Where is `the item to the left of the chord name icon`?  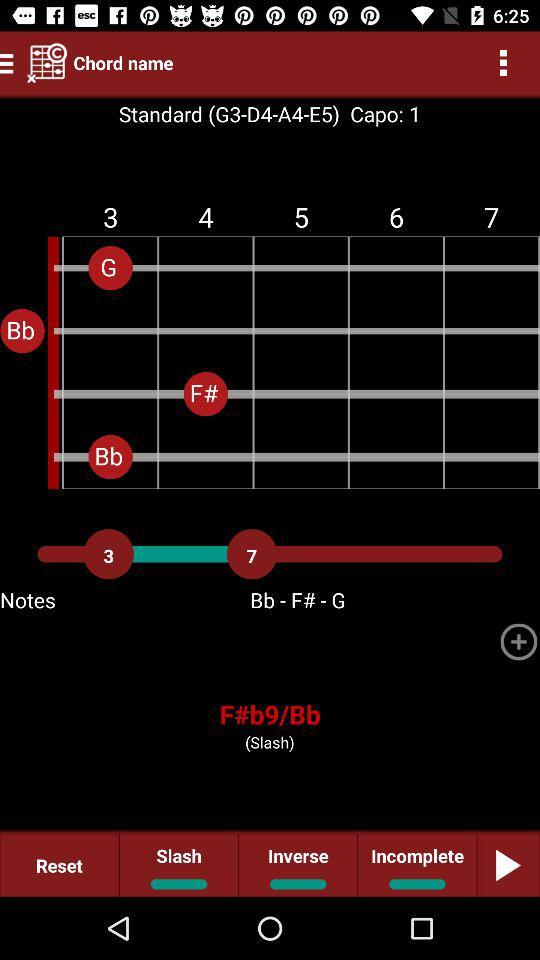
the item to the left of the chord name icon is located at coordinates (47, 62).